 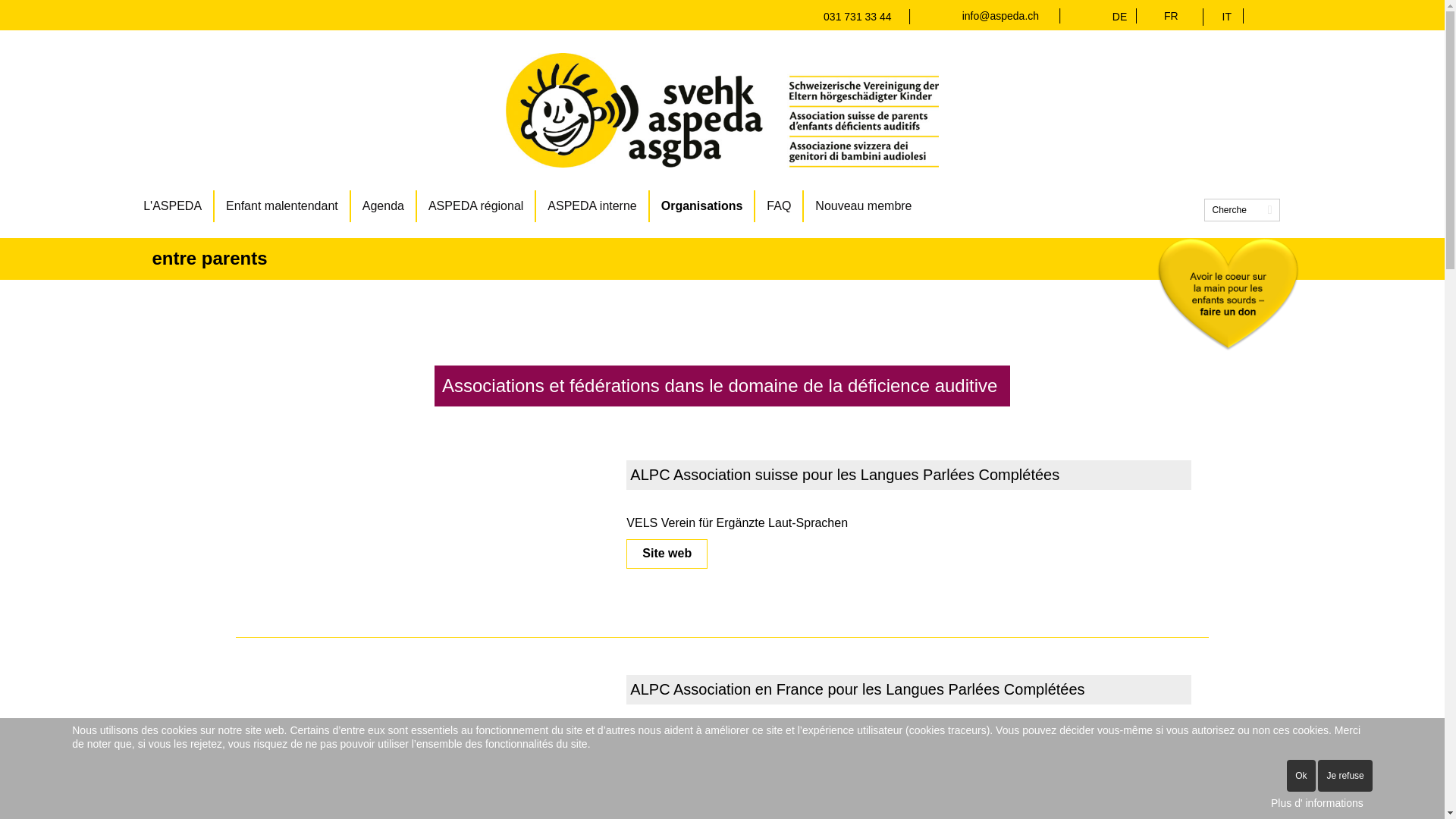 What do you see at coordinates (650, 206) in the screenshot?
I see `'Organisations'` at bounding box center [650, 206].